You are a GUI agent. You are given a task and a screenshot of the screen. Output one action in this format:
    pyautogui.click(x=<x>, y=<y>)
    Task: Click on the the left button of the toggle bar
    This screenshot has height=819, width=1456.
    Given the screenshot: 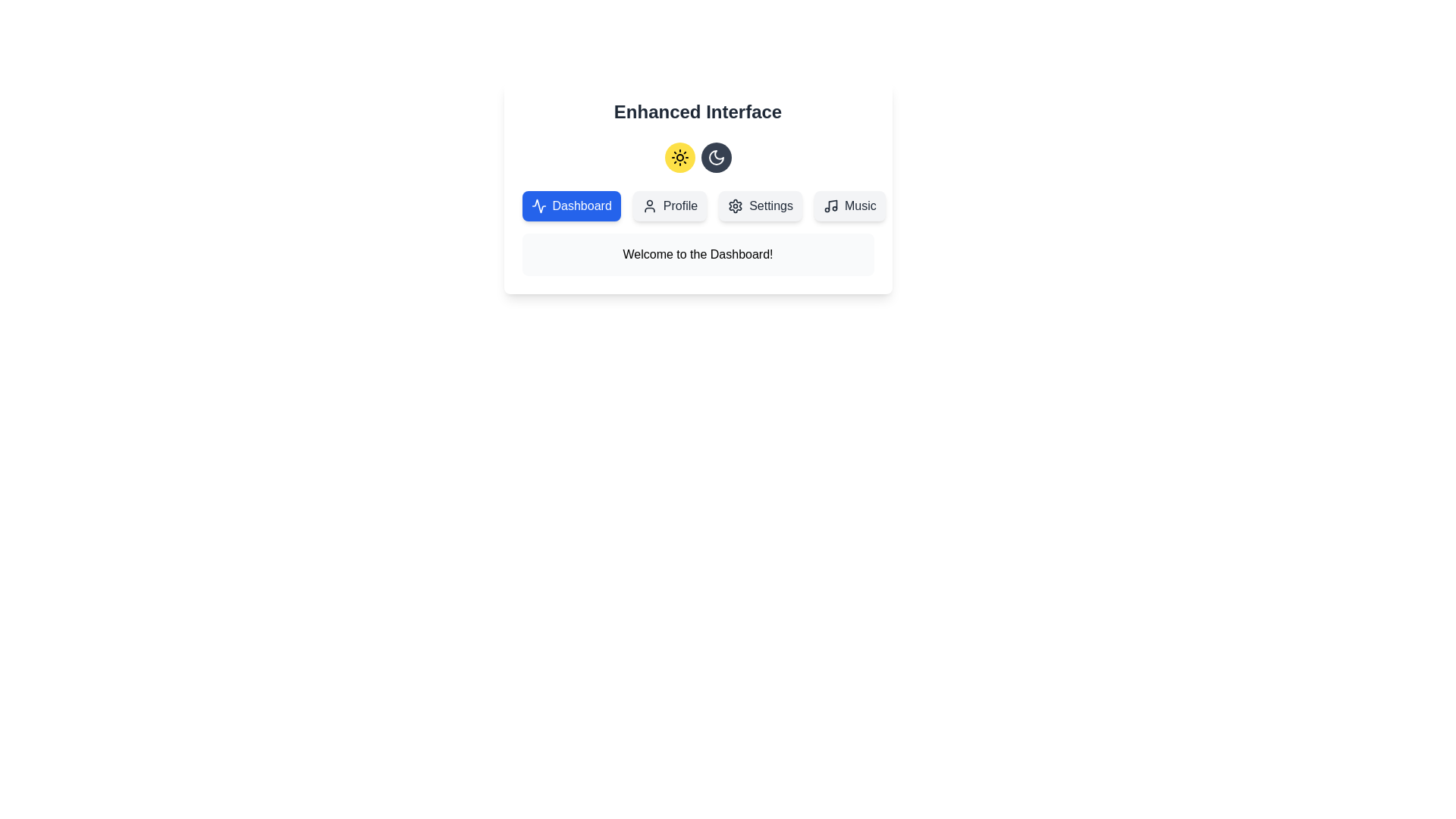 What is the action you would take?
    pyautogui.click(x=697, y=158)
    